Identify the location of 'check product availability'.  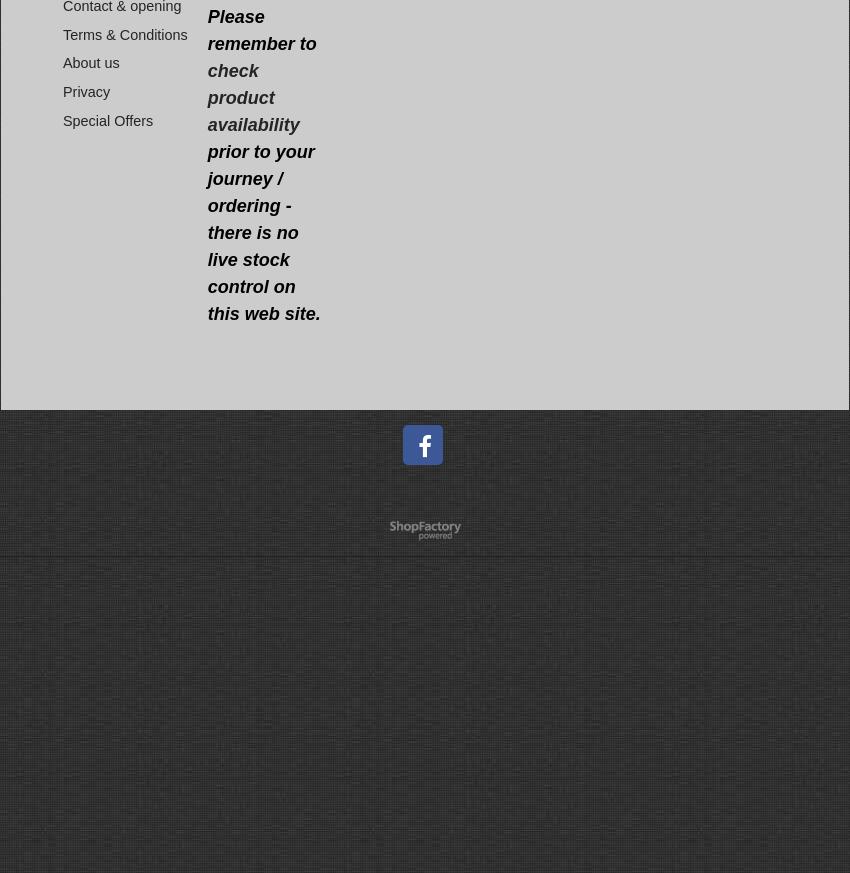
(252, 98).